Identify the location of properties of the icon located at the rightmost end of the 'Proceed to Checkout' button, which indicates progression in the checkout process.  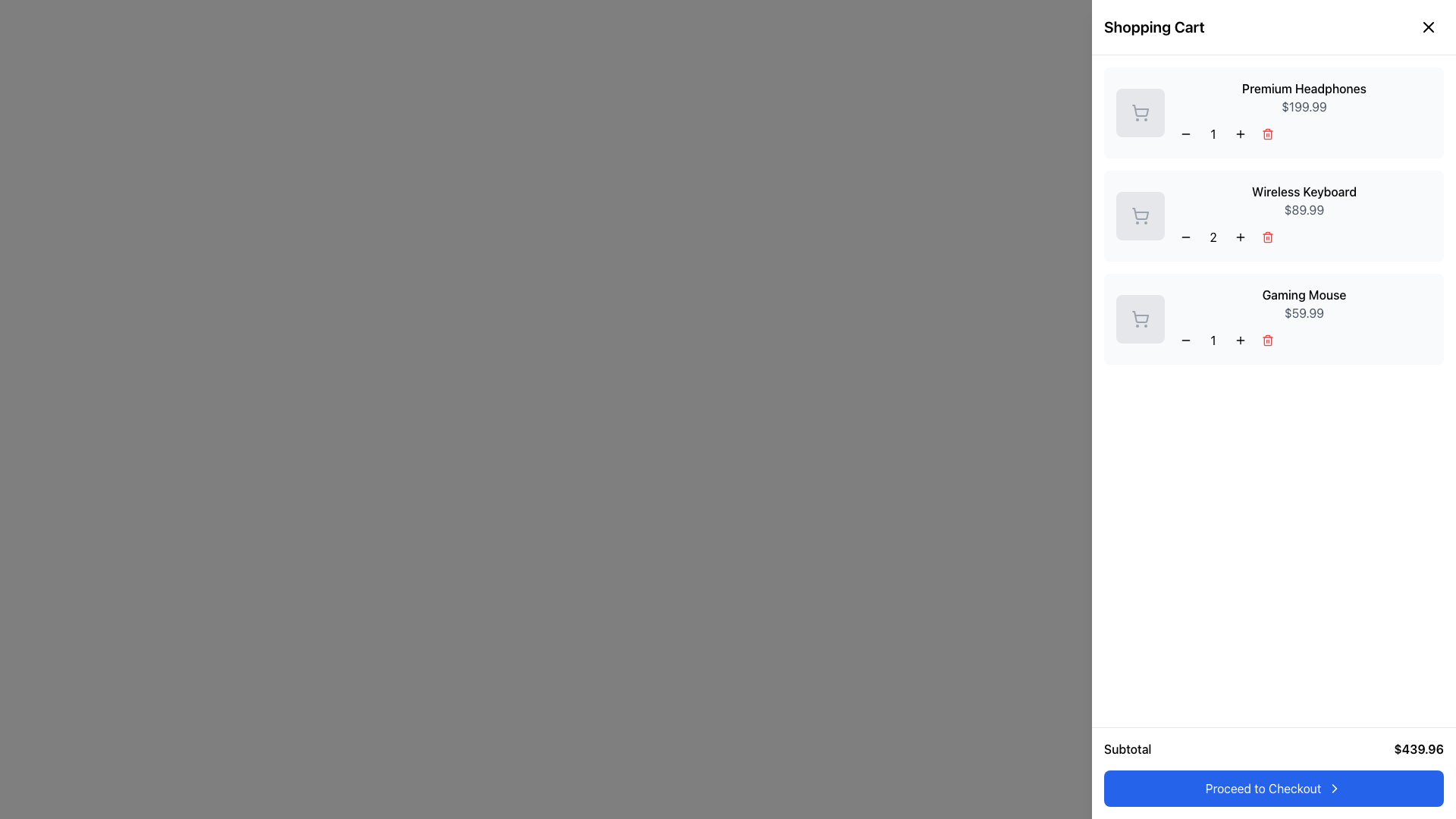
(1335, 788).